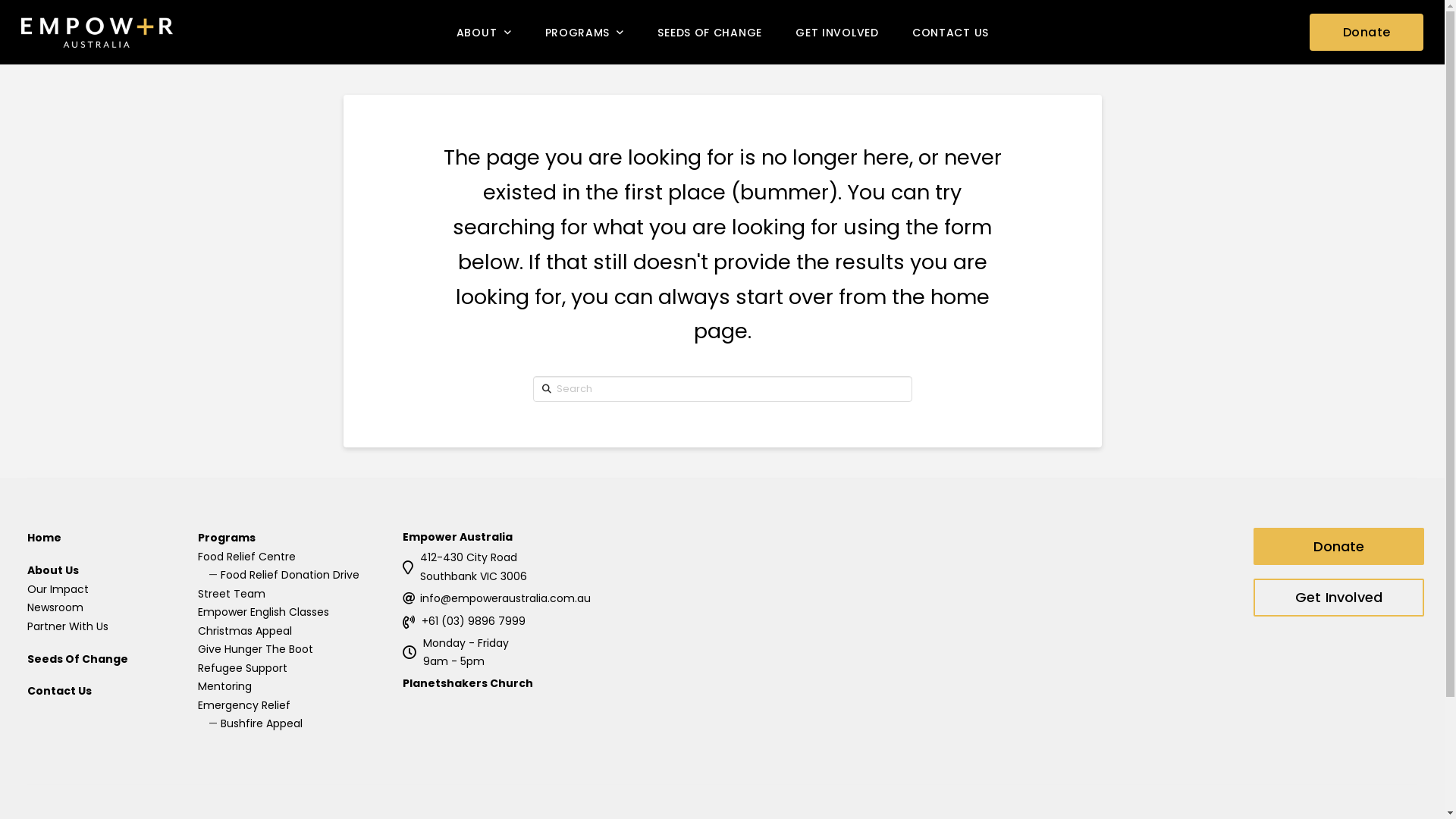 The width and height of the screenshot is (1456, 819). I want to click on 'Get Involved', so click(1253, 596).